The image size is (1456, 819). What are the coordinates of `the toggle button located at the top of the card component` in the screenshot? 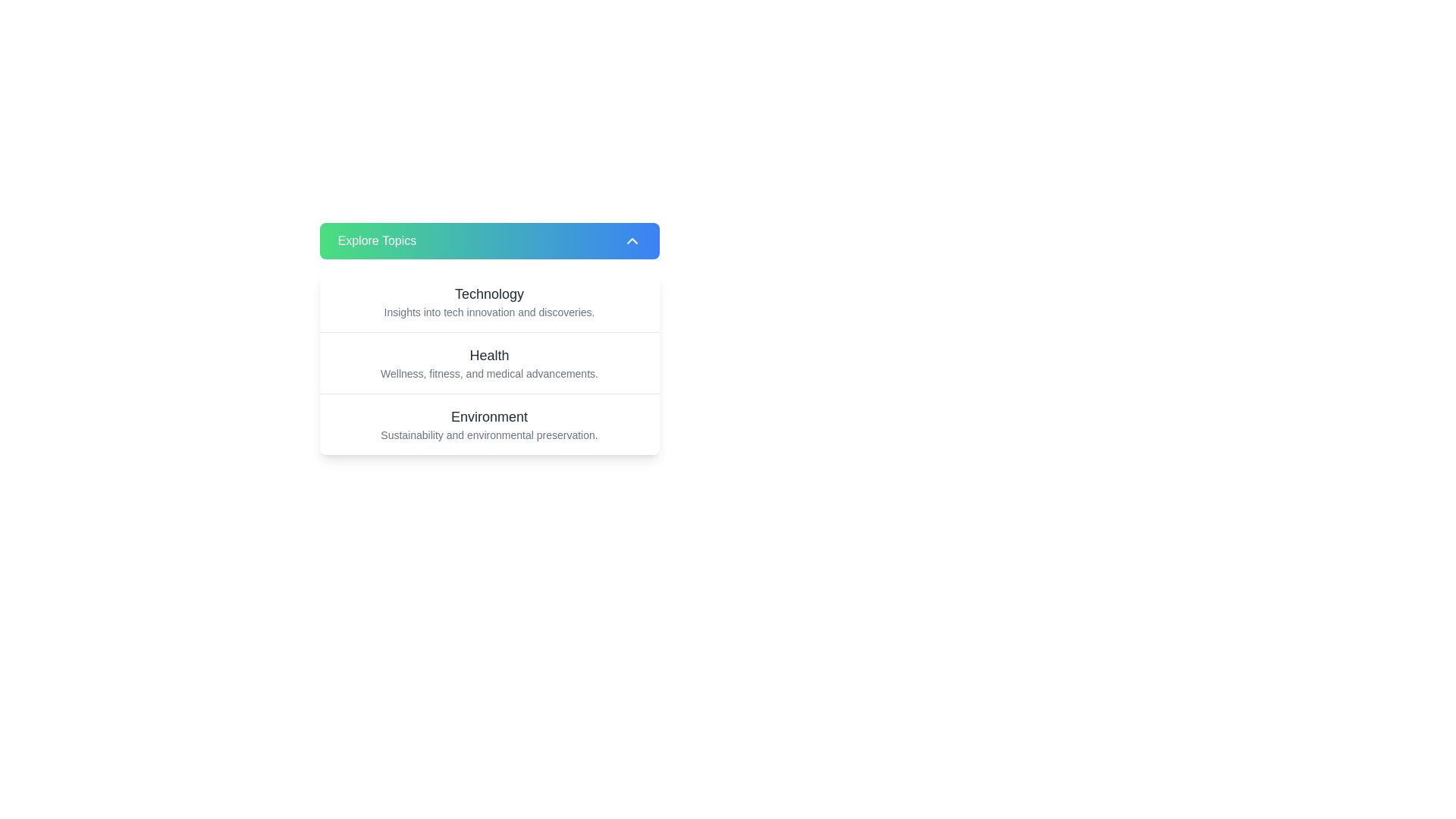 It's located at (489, 240).